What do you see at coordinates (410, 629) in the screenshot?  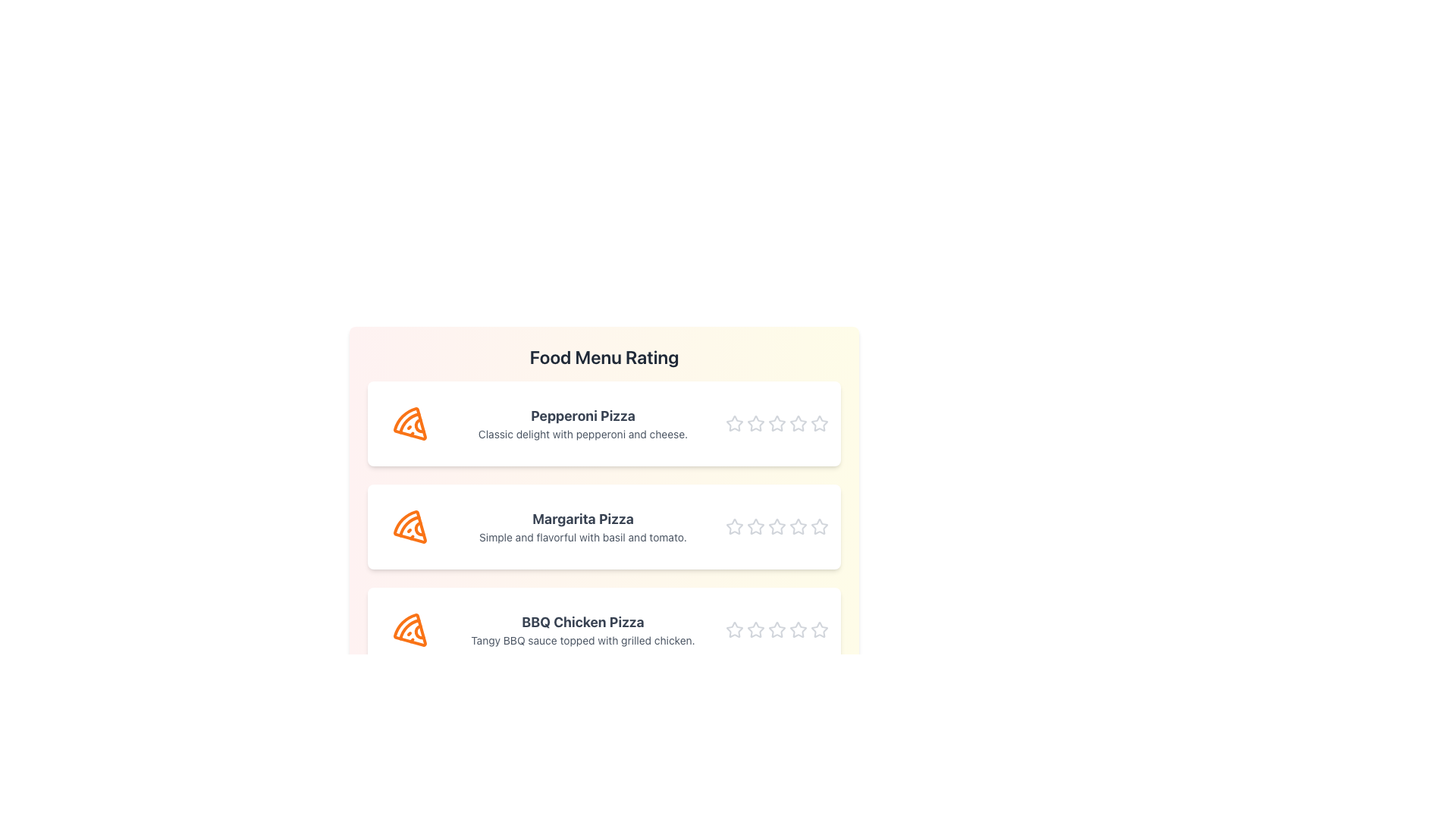 I see `the pizza slice icon located at the bottom left of the 'BBQ Chicken Pizza' panel in the food menu UI` at bounding box center [410, 629].